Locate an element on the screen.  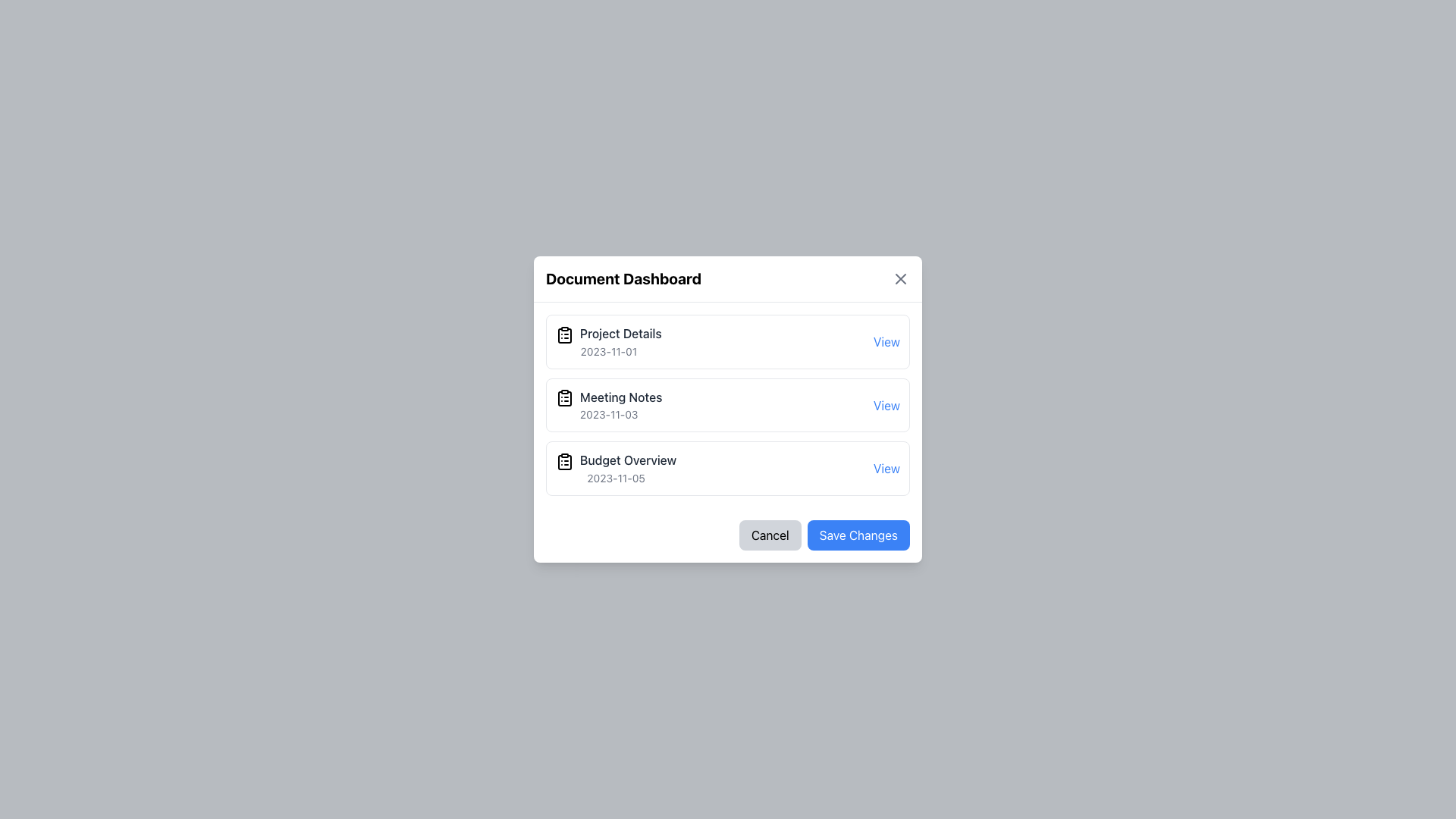
the 'Project Details' label which indicates the name of the associated item in the document or project list, positioned as the first text item in the modal dialog is located at coordinates (620, 332).